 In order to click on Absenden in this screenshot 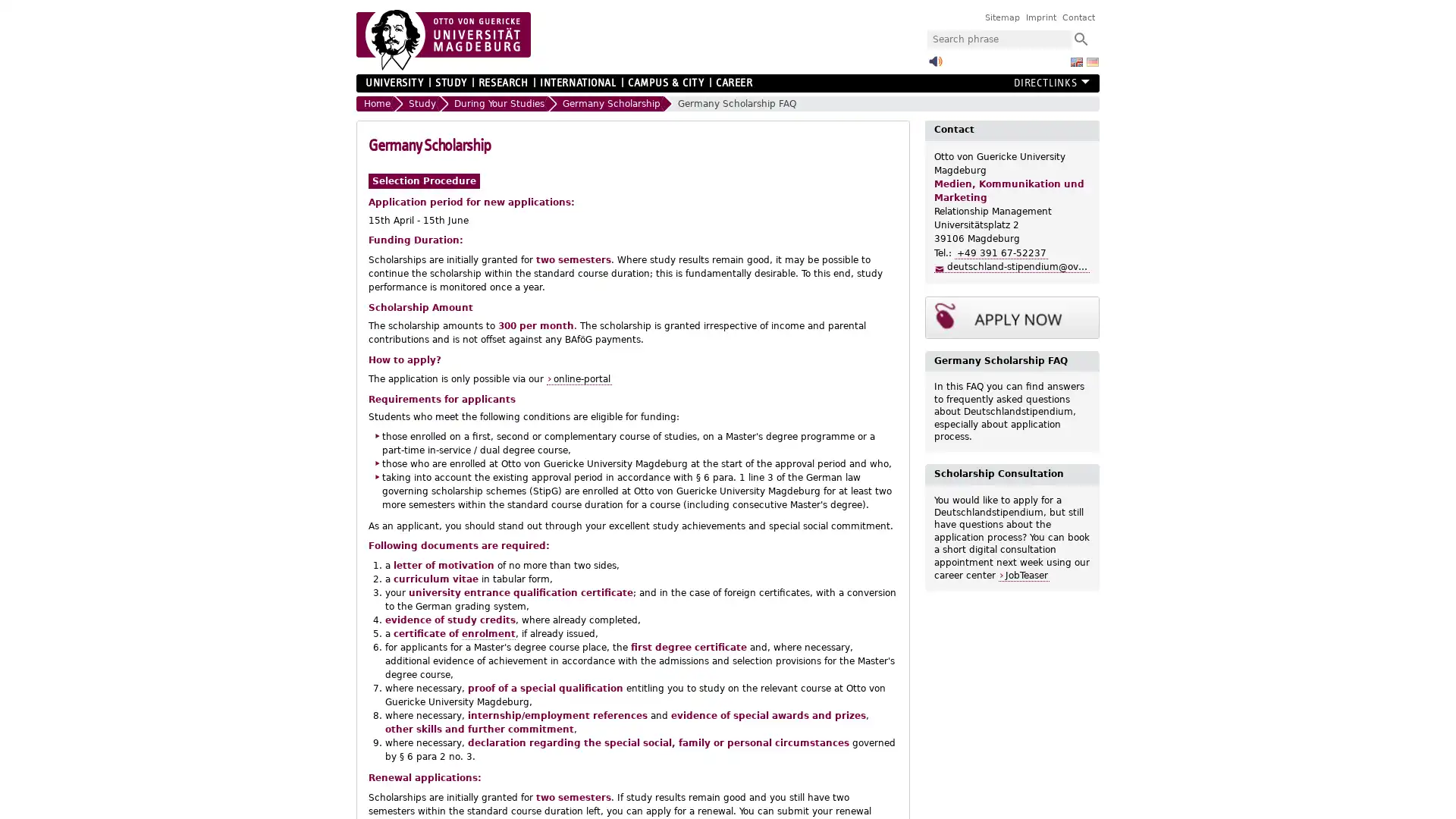, I will do `click(1080, 38)`.